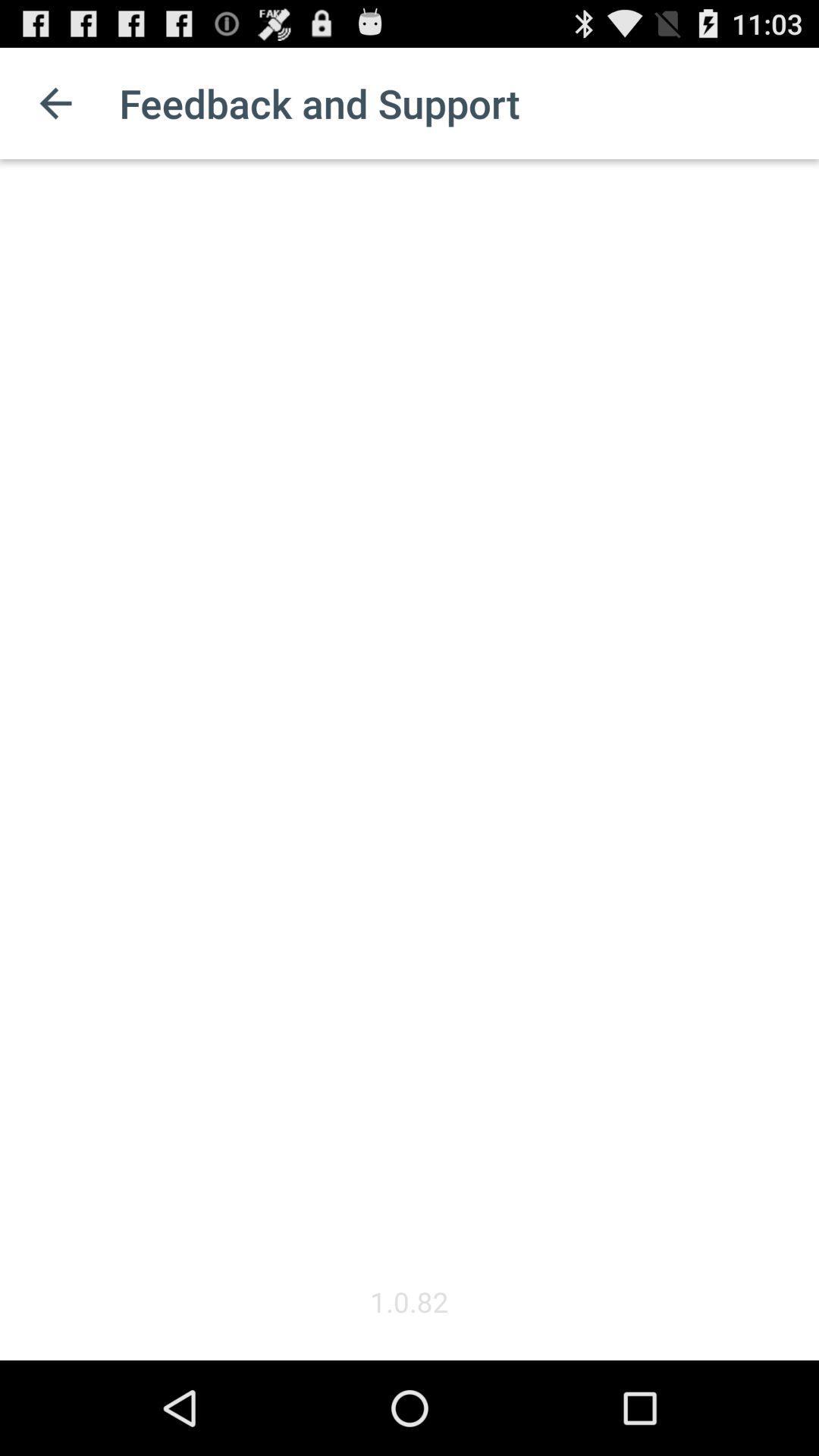 This screenshot has height=1456, width=819. Describe the element at coordinates (55, 102) in the screenshot. I see `icon at the top left corner` at that location.